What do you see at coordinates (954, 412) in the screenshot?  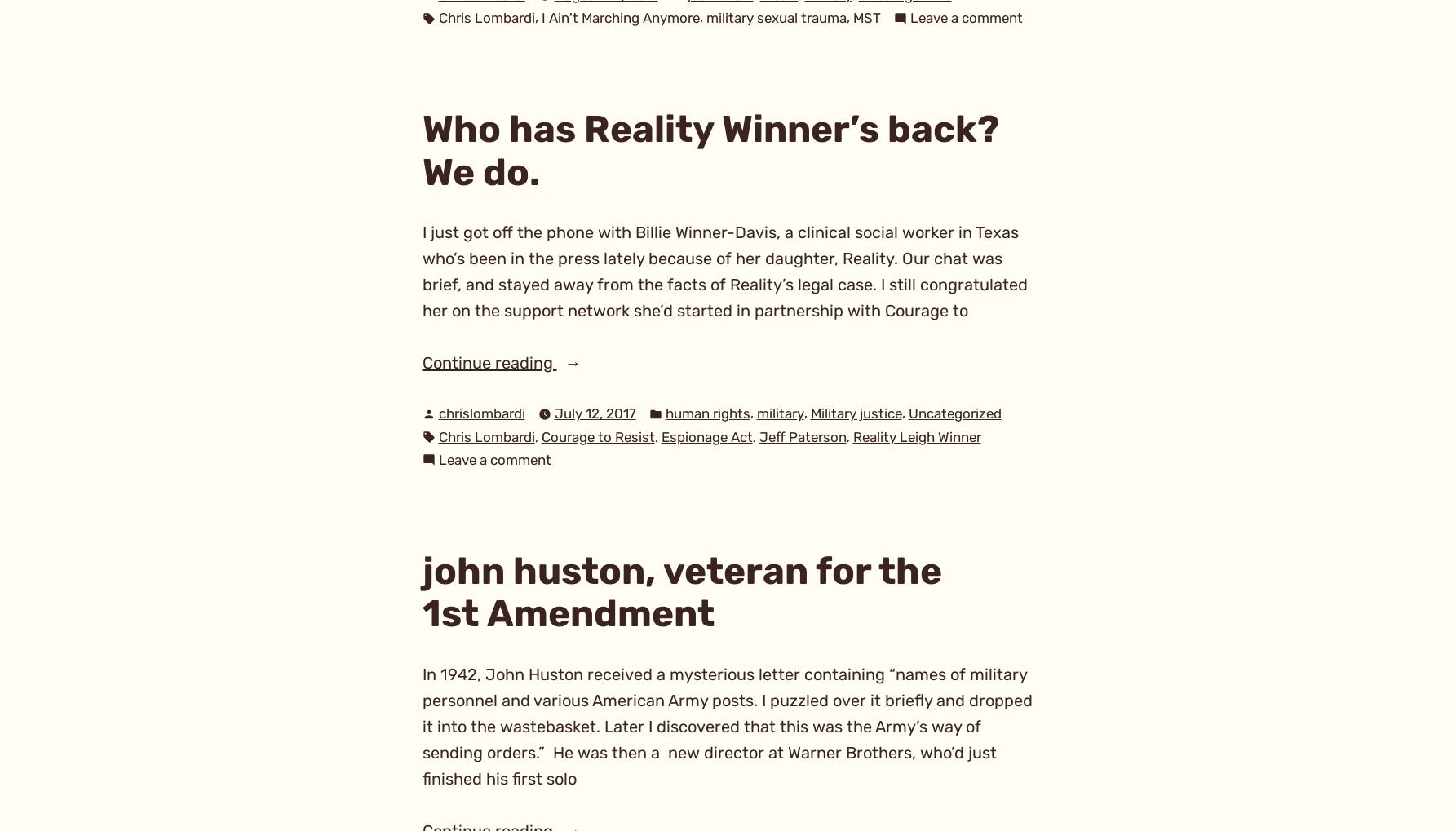 I see `'Uncategorized'` at bounding box center [954, 412].